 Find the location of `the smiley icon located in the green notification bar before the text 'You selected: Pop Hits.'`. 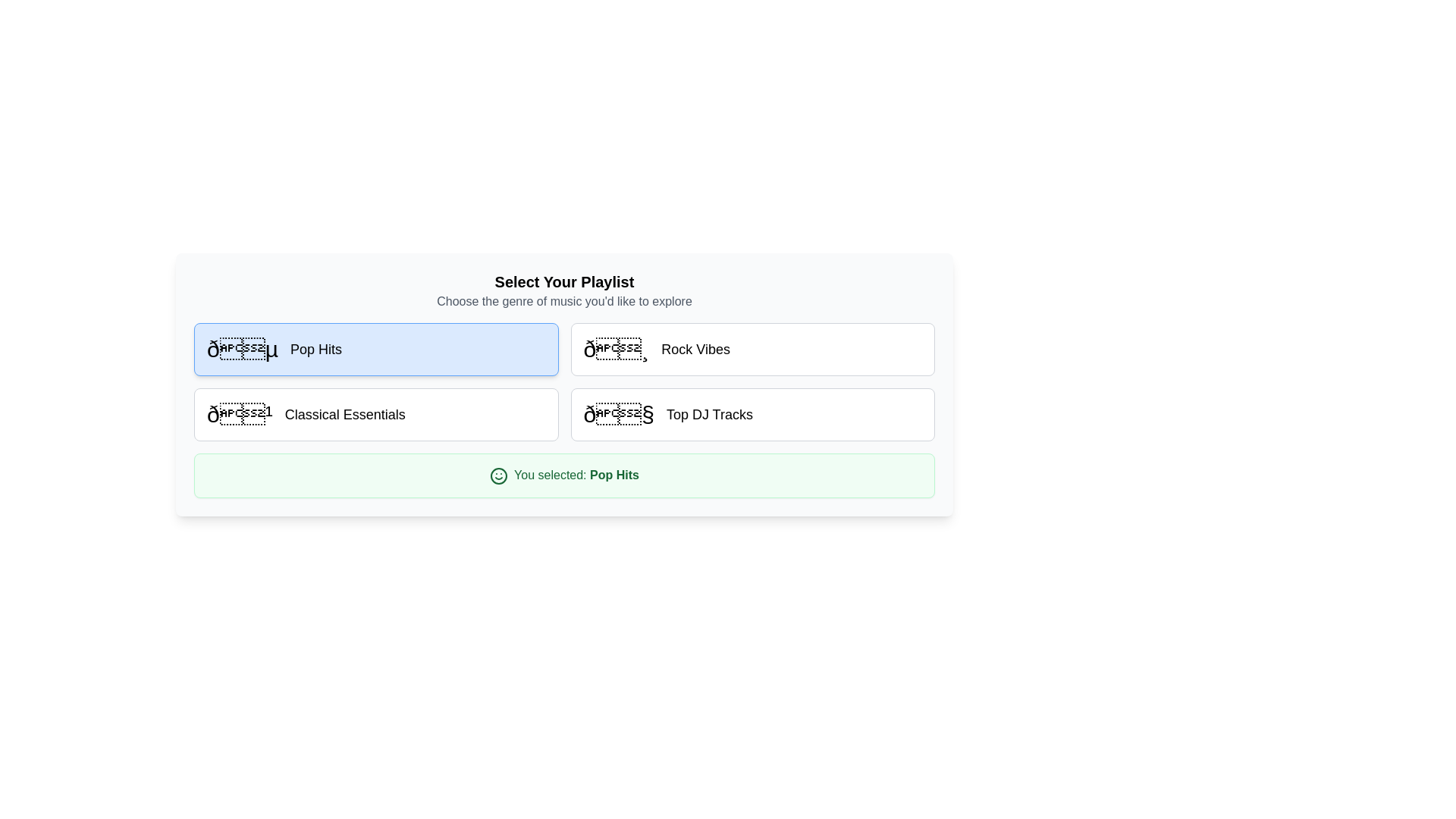

the smiley icon located in the green notification bar before the text 'You selected: Pop Hits.' is located at coordinates (498, 475).